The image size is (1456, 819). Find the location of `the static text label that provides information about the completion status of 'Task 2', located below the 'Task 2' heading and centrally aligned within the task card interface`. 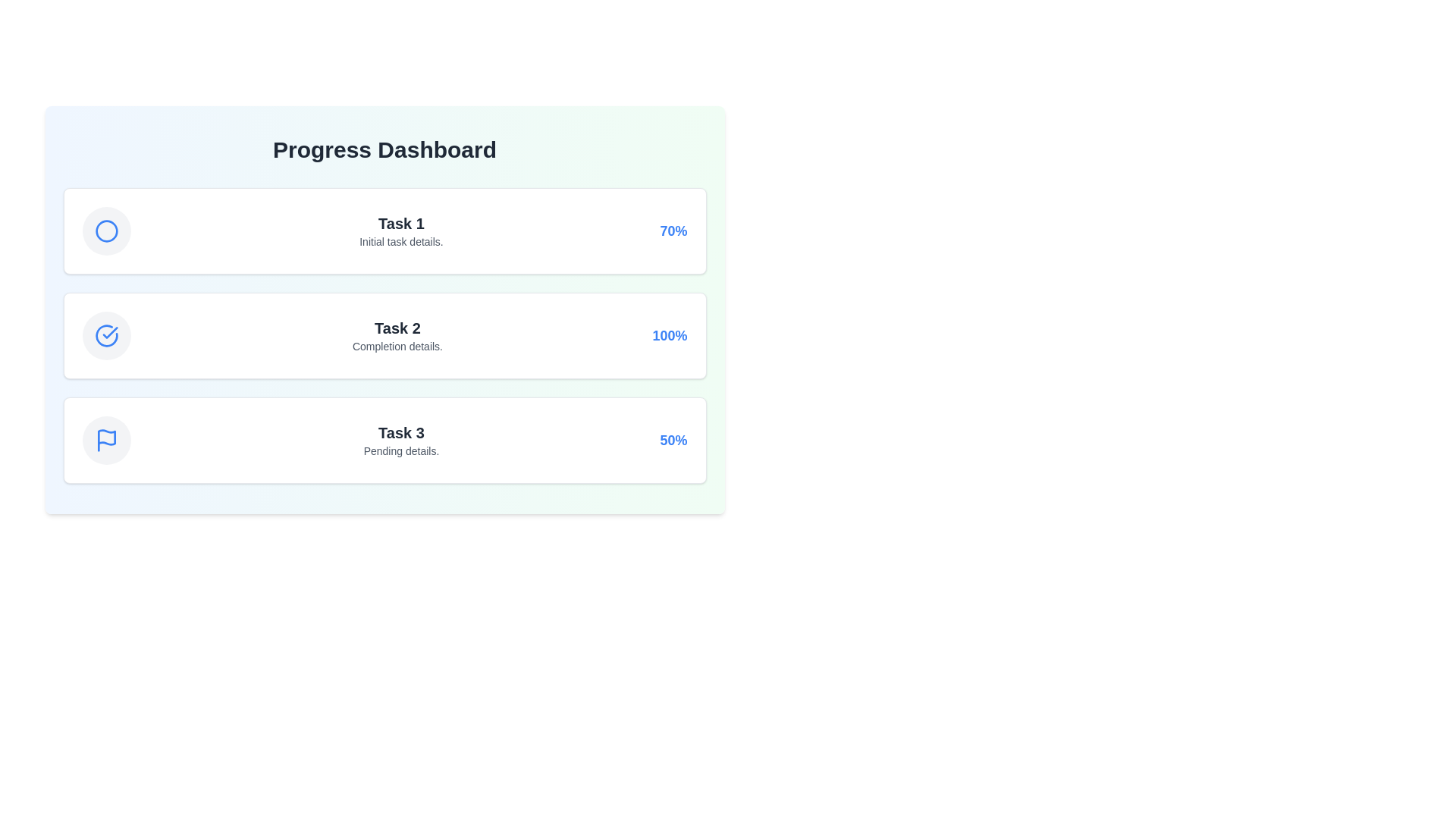

the static text label that provides information about the completion status of 'Task 2', located below the 'Task 2' heading and centrally aligned within the task card interface is located at coordinates (397, 346).